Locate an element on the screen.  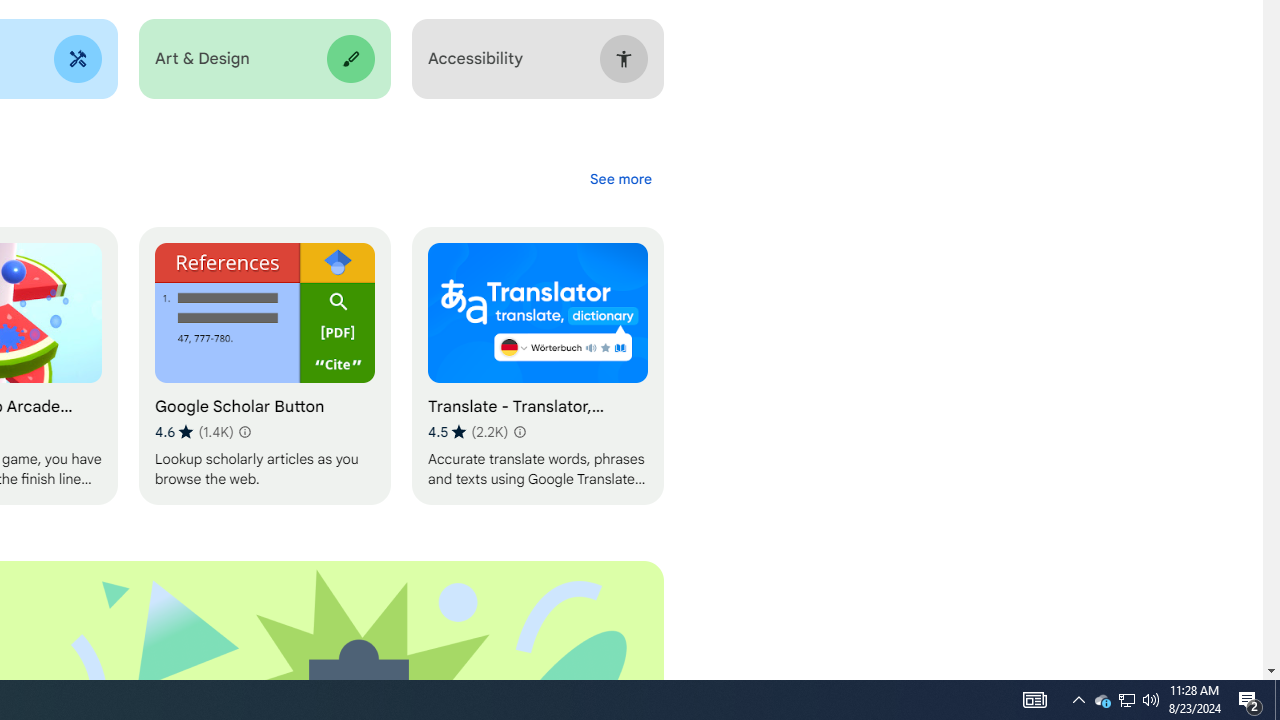
'Average rating 4.6 out of 5 stars. 1.4K ratings.' is located at coordinates (193, 431).